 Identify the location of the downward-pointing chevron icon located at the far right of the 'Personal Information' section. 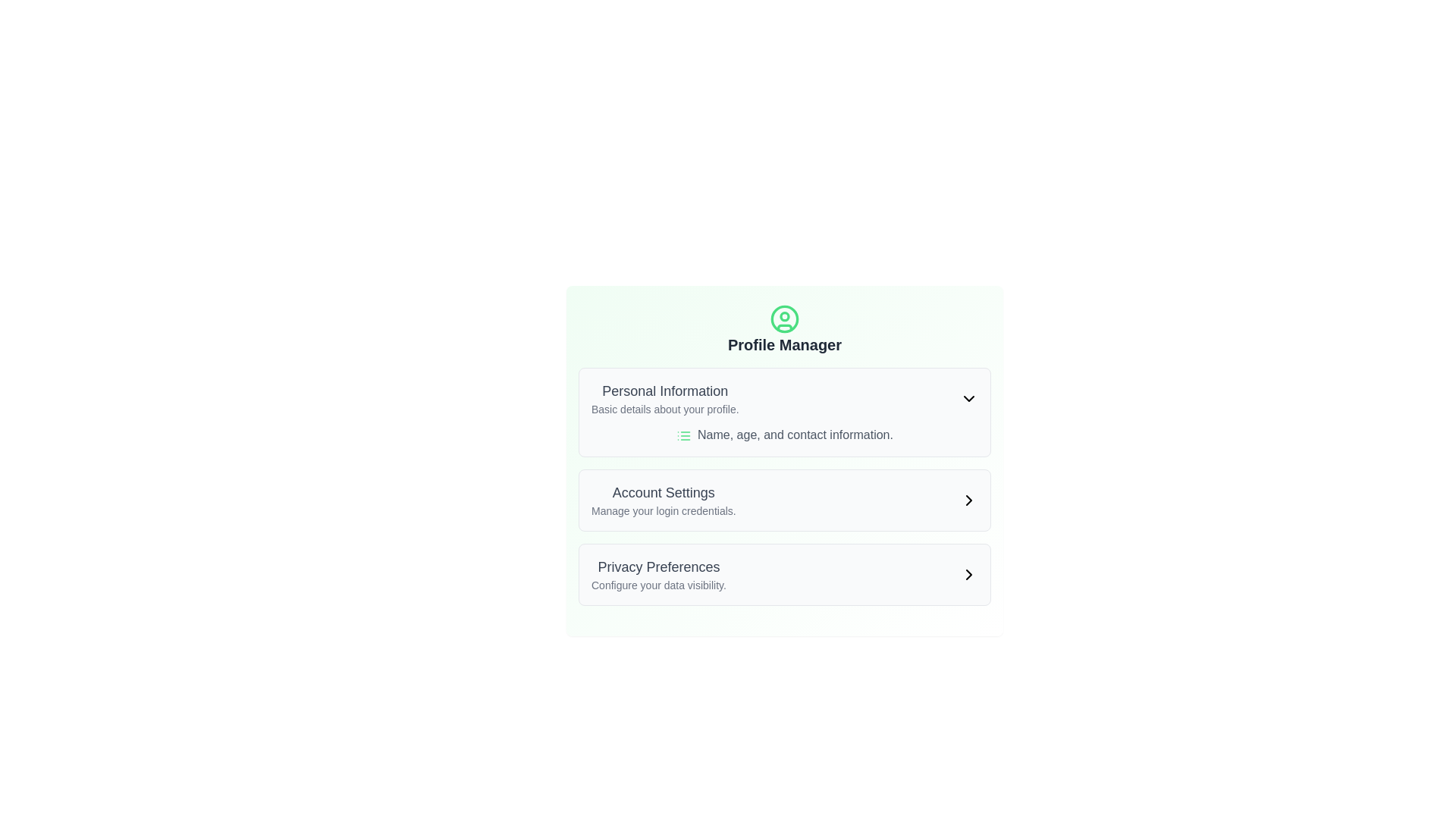
(968, 397).